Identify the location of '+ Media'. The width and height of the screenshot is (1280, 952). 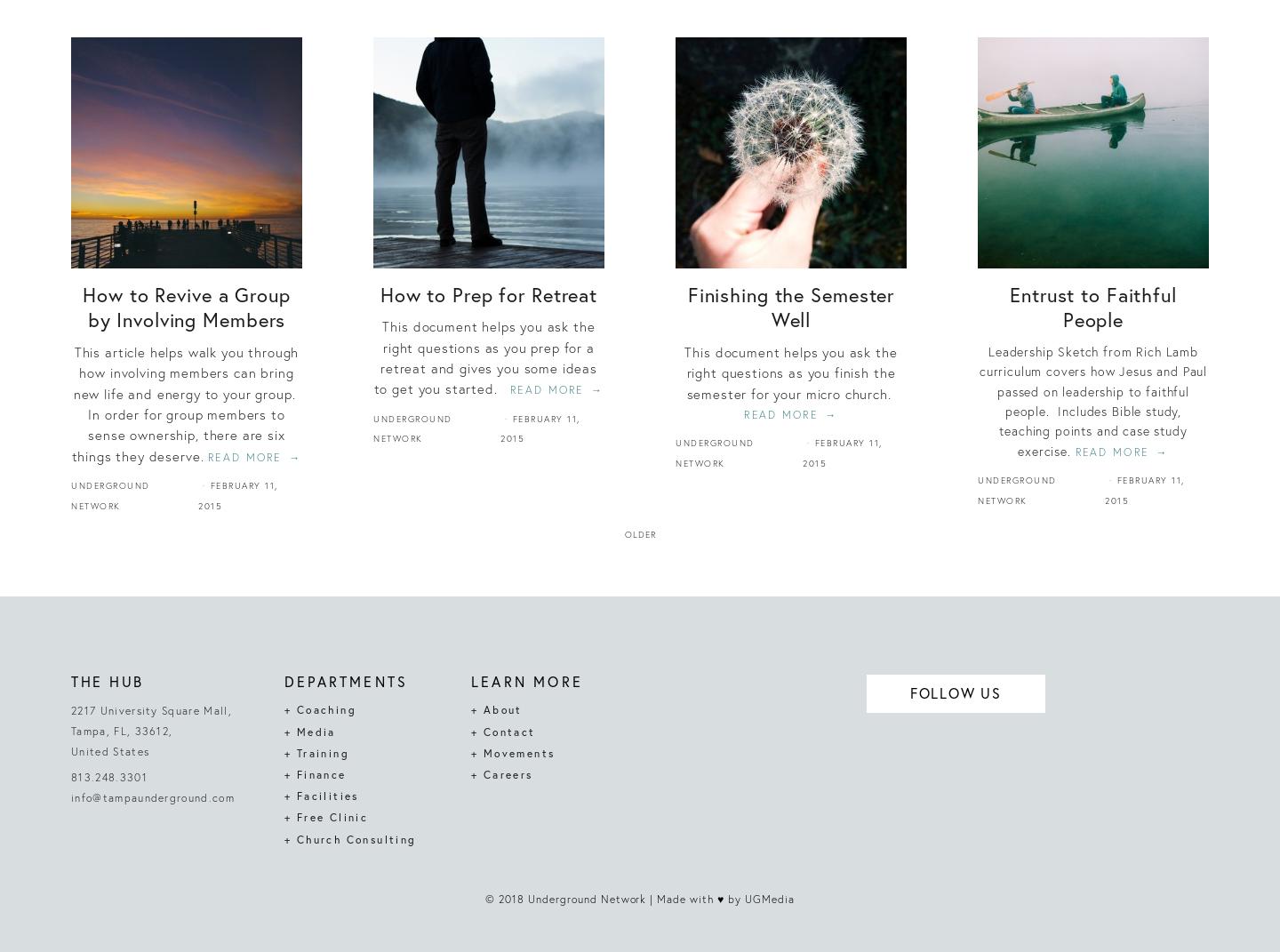
(309, 730).